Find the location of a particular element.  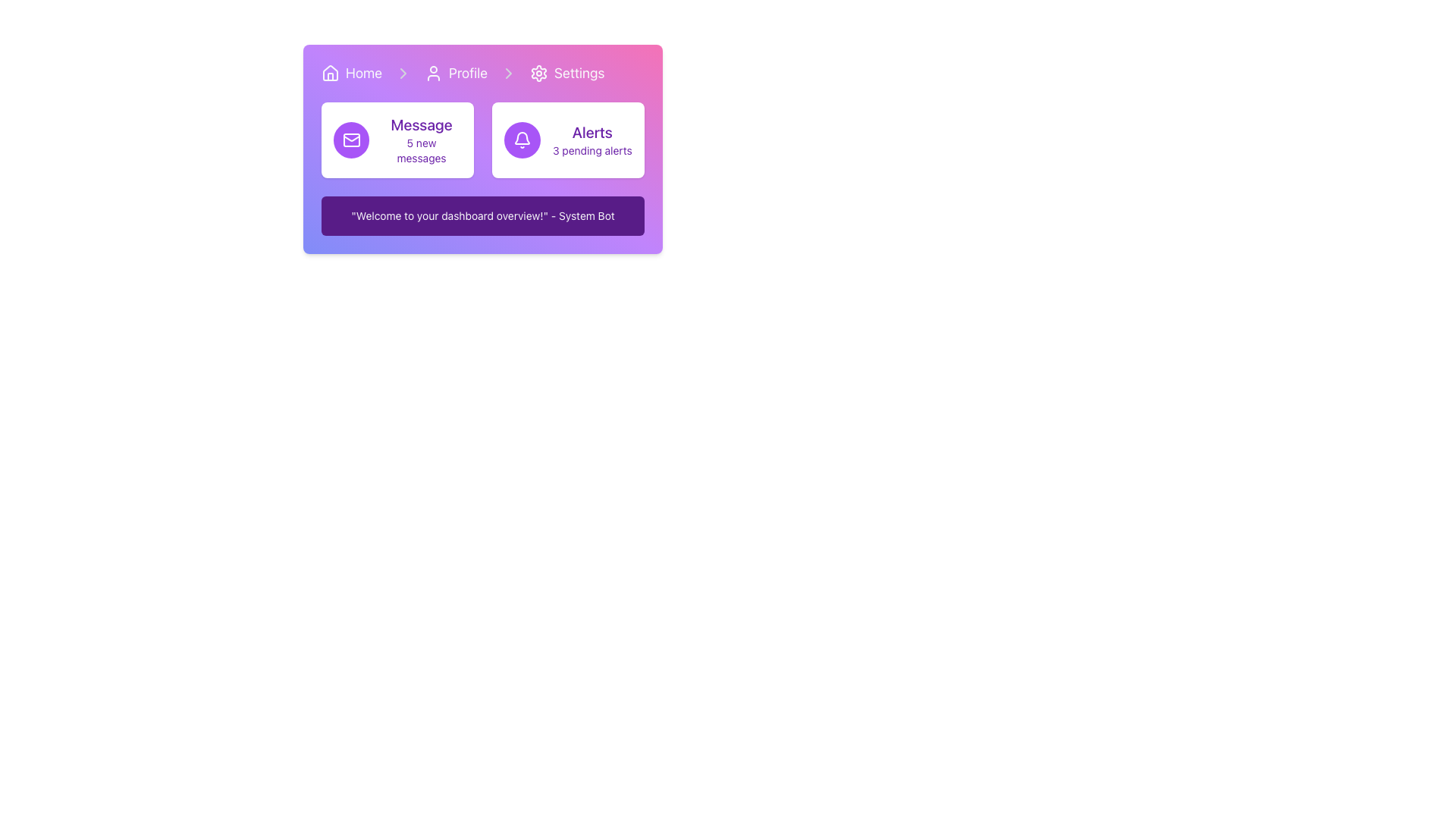

the navigation link located at the top of the interface, which is the first element in the horizontal navigation bar, positioned to the left of 'Profile' and 'Settings' is located at coordinates (351, 73).